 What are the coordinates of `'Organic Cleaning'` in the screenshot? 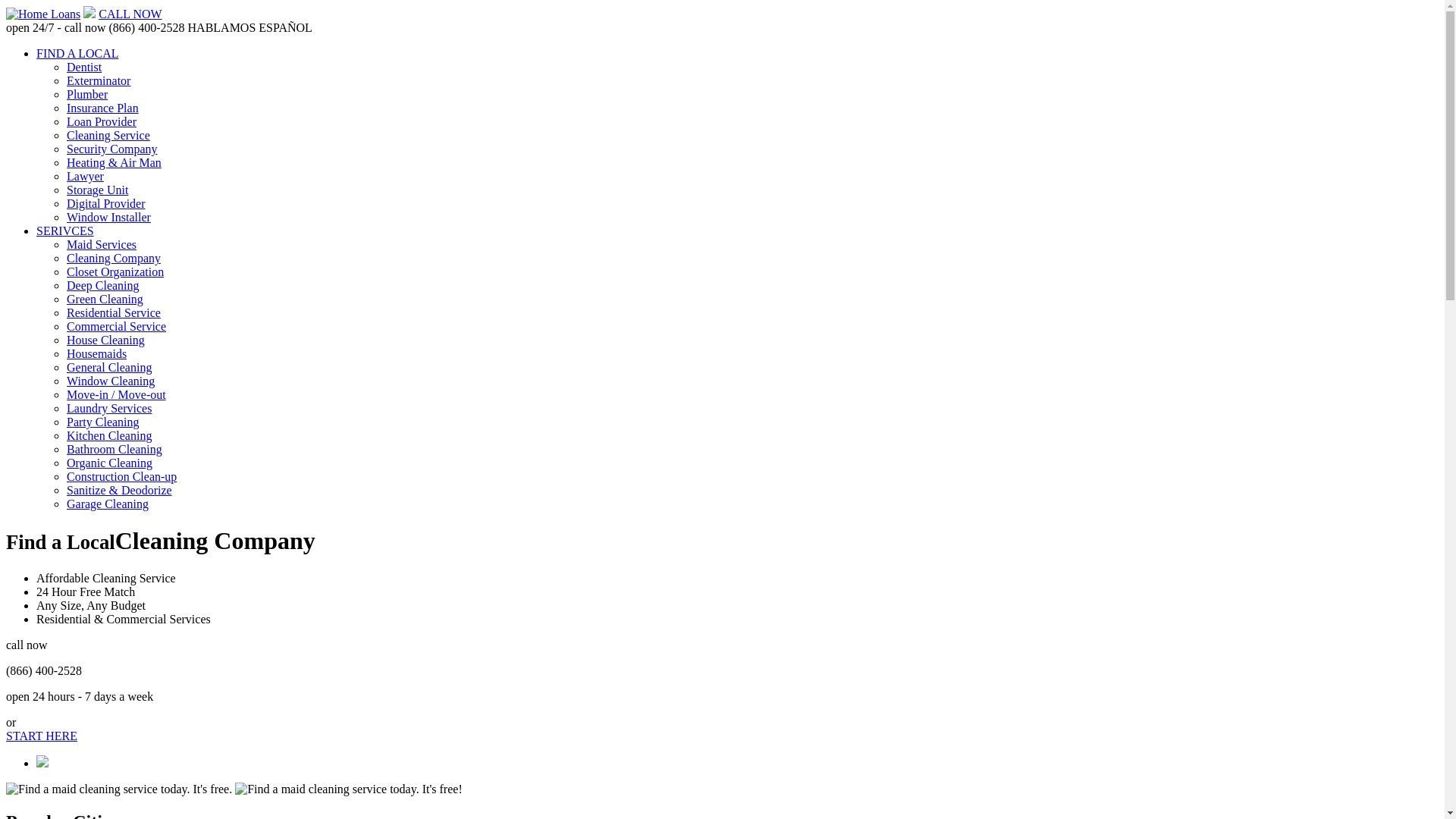 It's located at (108, 462).